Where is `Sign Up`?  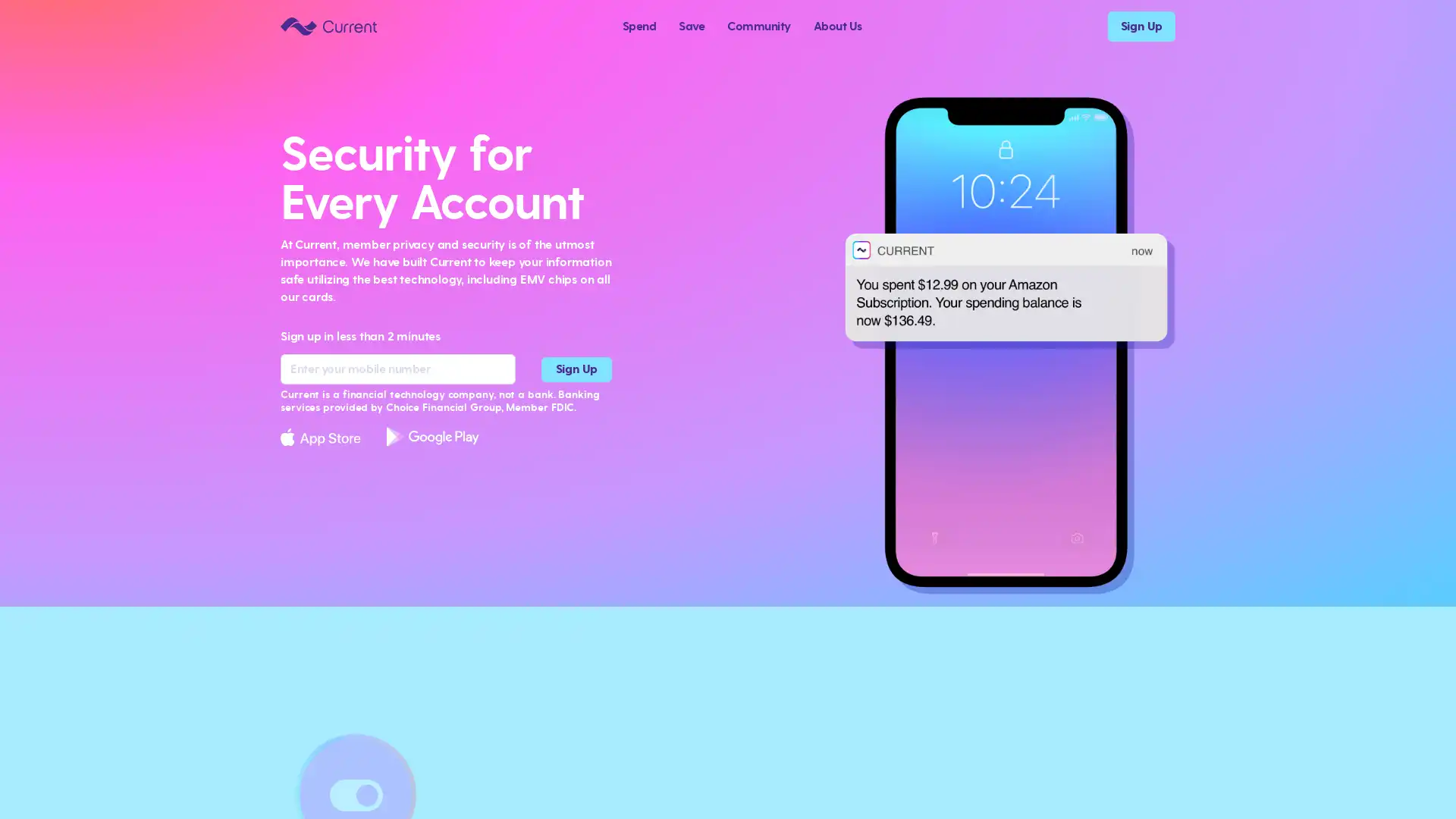
Sign Up is located at coordinates (1141, 26).